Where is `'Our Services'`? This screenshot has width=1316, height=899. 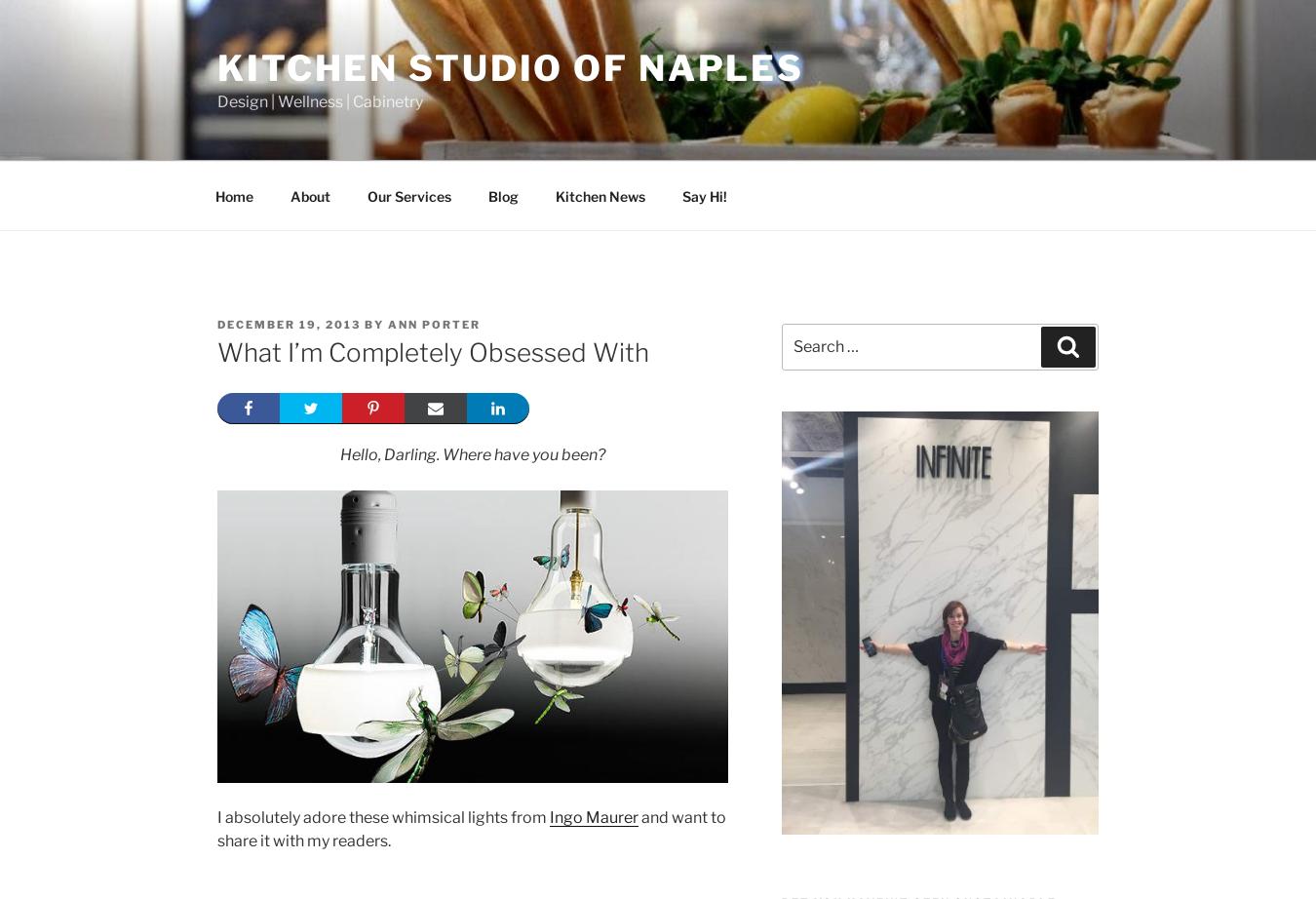 'Our Services' is located at coordinates (408, 195).